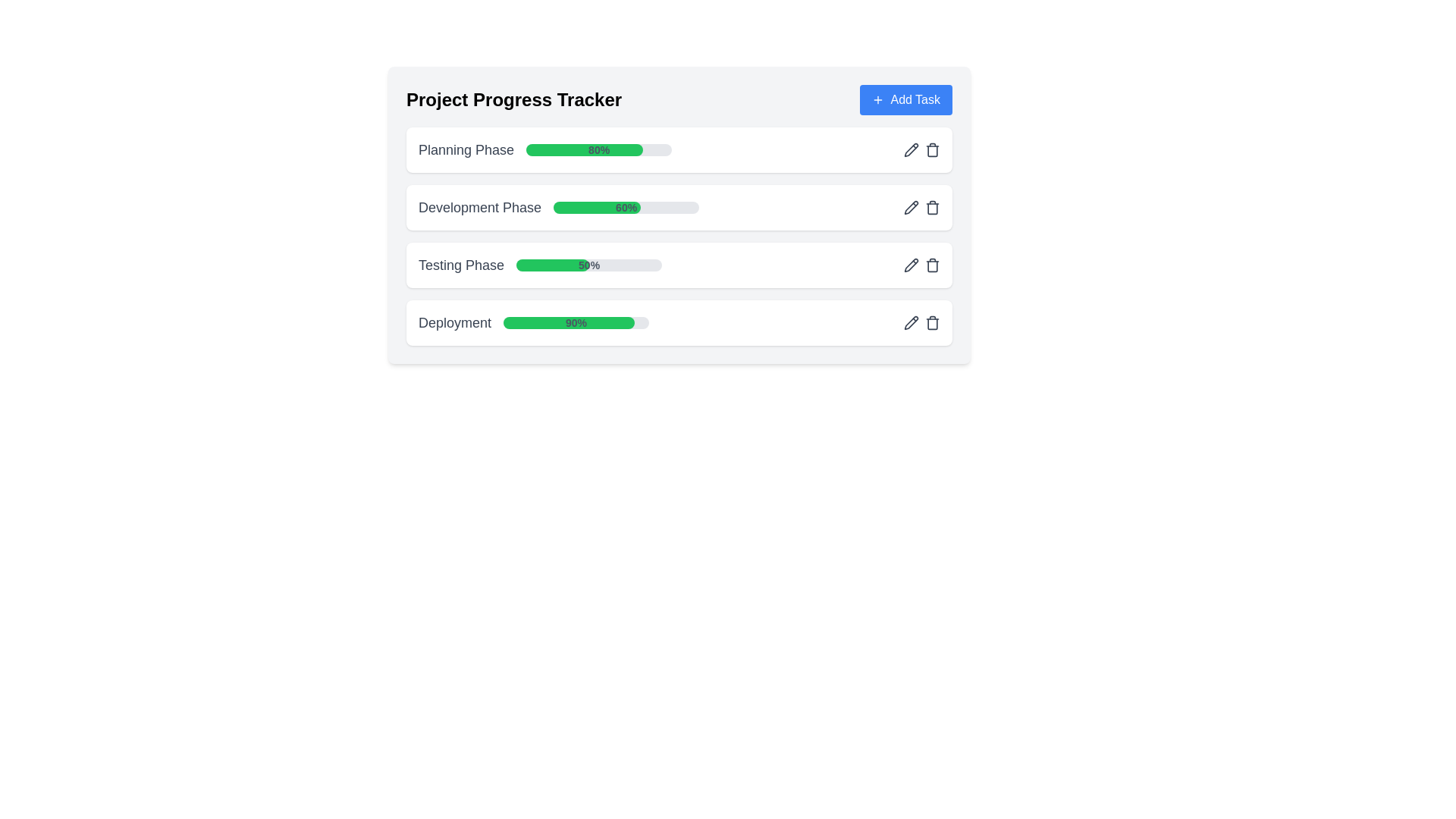  I want to click on the Progress Indicator Row displaying 'Testing Phase' with a green progress bar indicating 50% completion, located in the 'Project Progress Tracker' card, so click(540, 265).